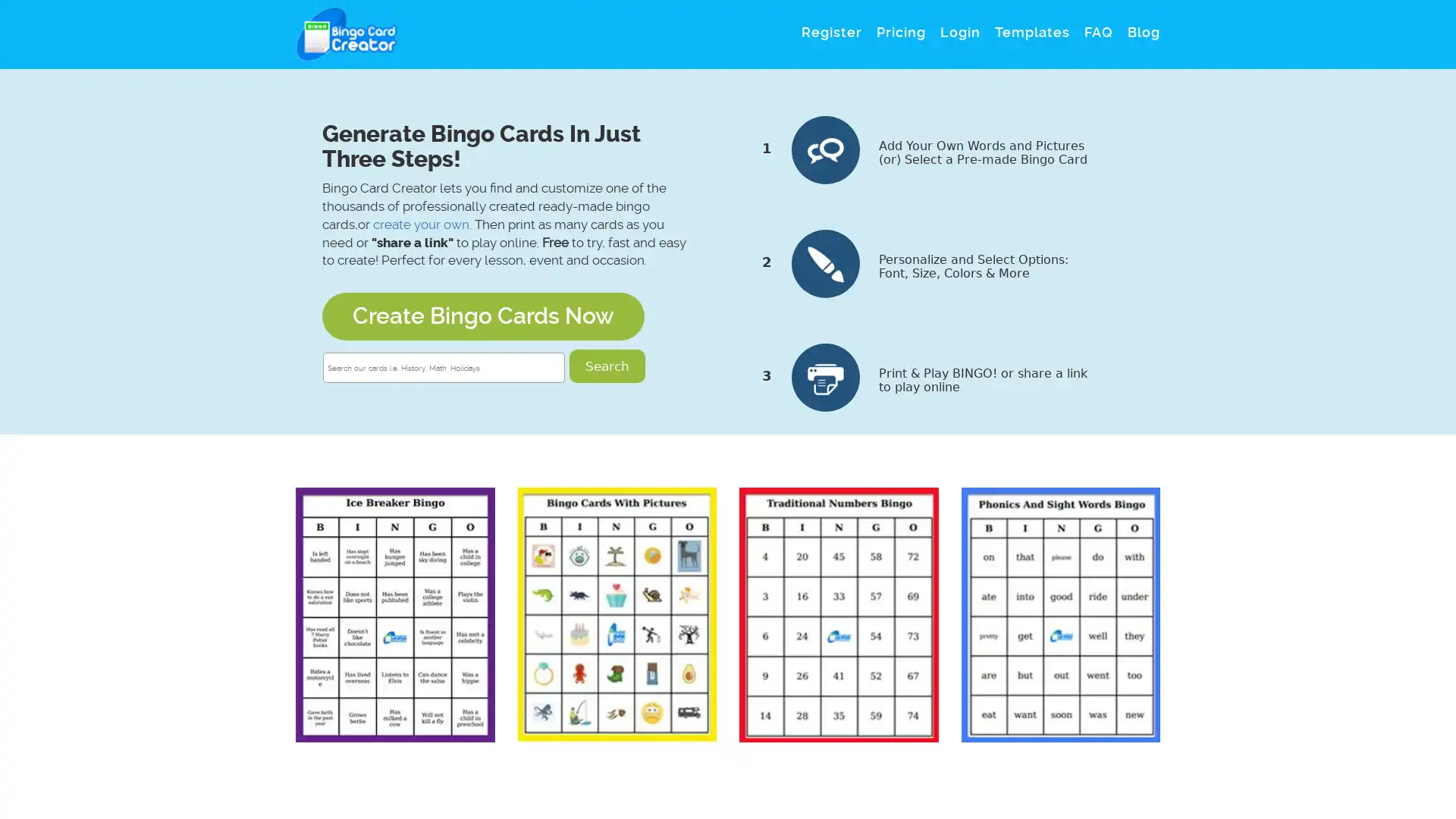 This screenshot has width=1456, height=819. Describe the element at coordinates (607, 366) in the screenshot. I see `Search` at that location.